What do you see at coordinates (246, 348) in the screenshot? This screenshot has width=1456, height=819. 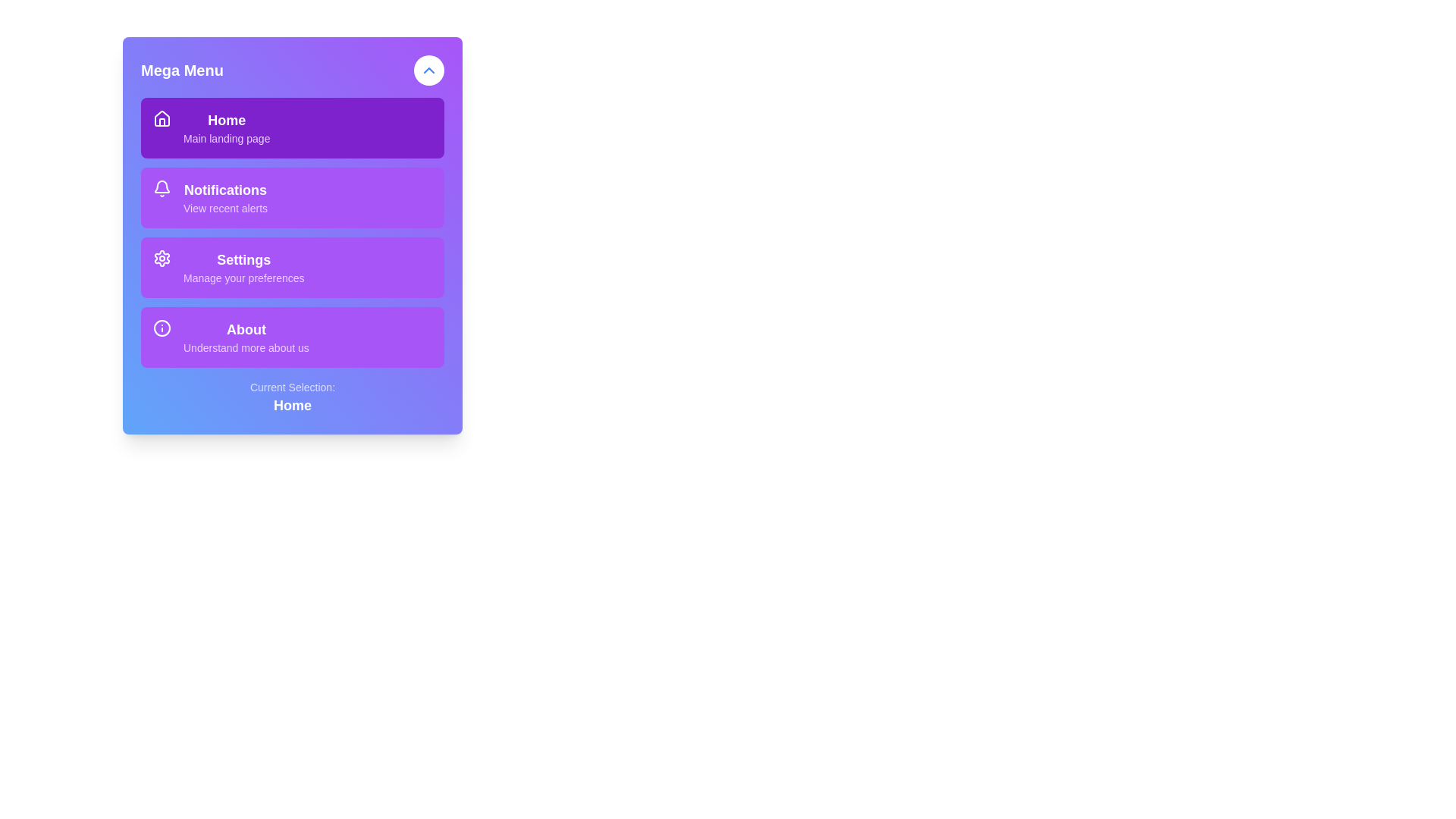 I see `the text element labeled 'Understand more about us', which is styled in a smaller purple font and positioned below the 'About' text within the 'About' menu tile of the Mega Menu` at bounding box center [246, 348].